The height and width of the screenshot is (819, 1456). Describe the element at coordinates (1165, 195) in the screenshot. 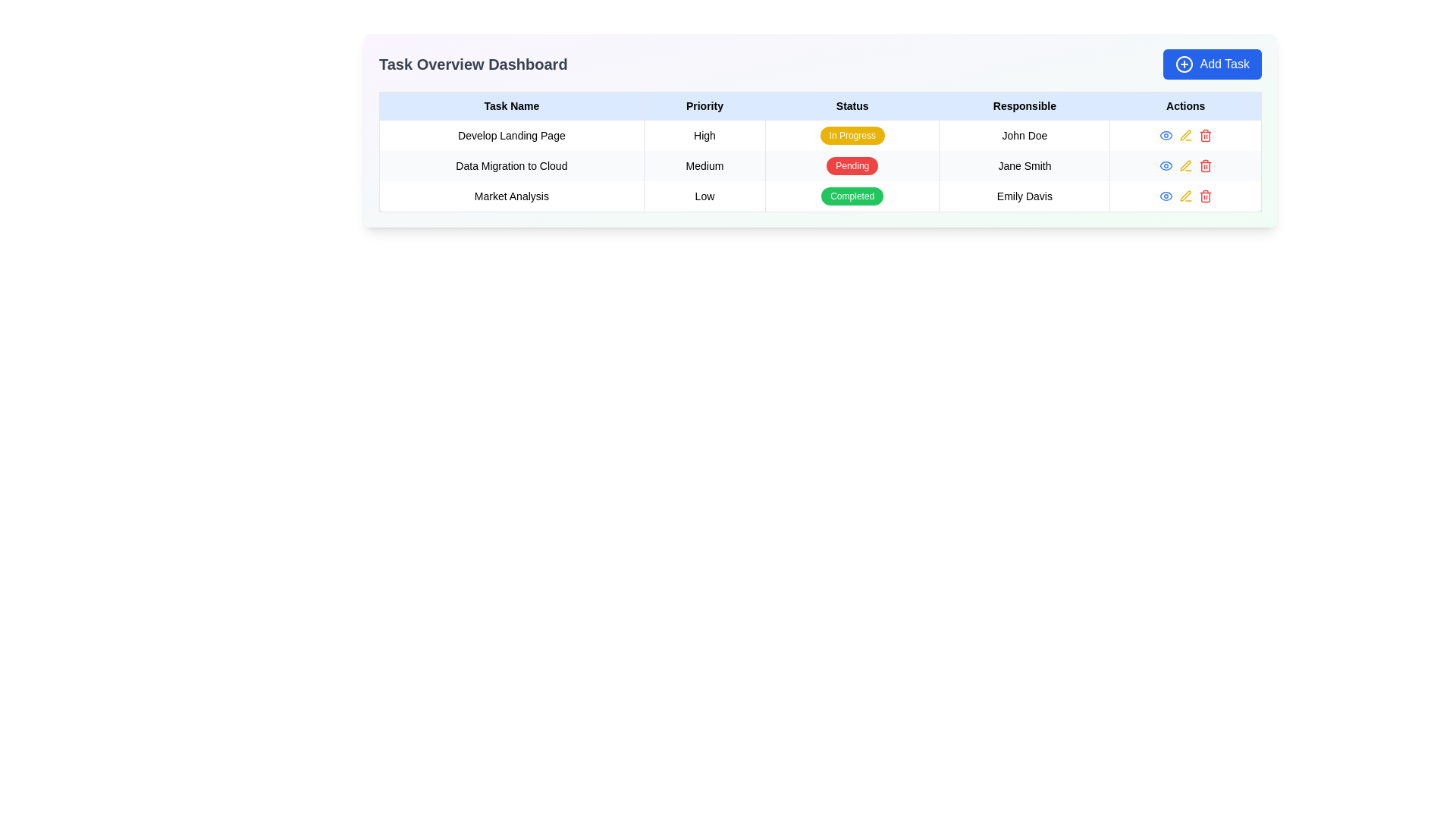

I see `the visibility indicator icon located in the 'Actions' column of the table's first row` at that location.